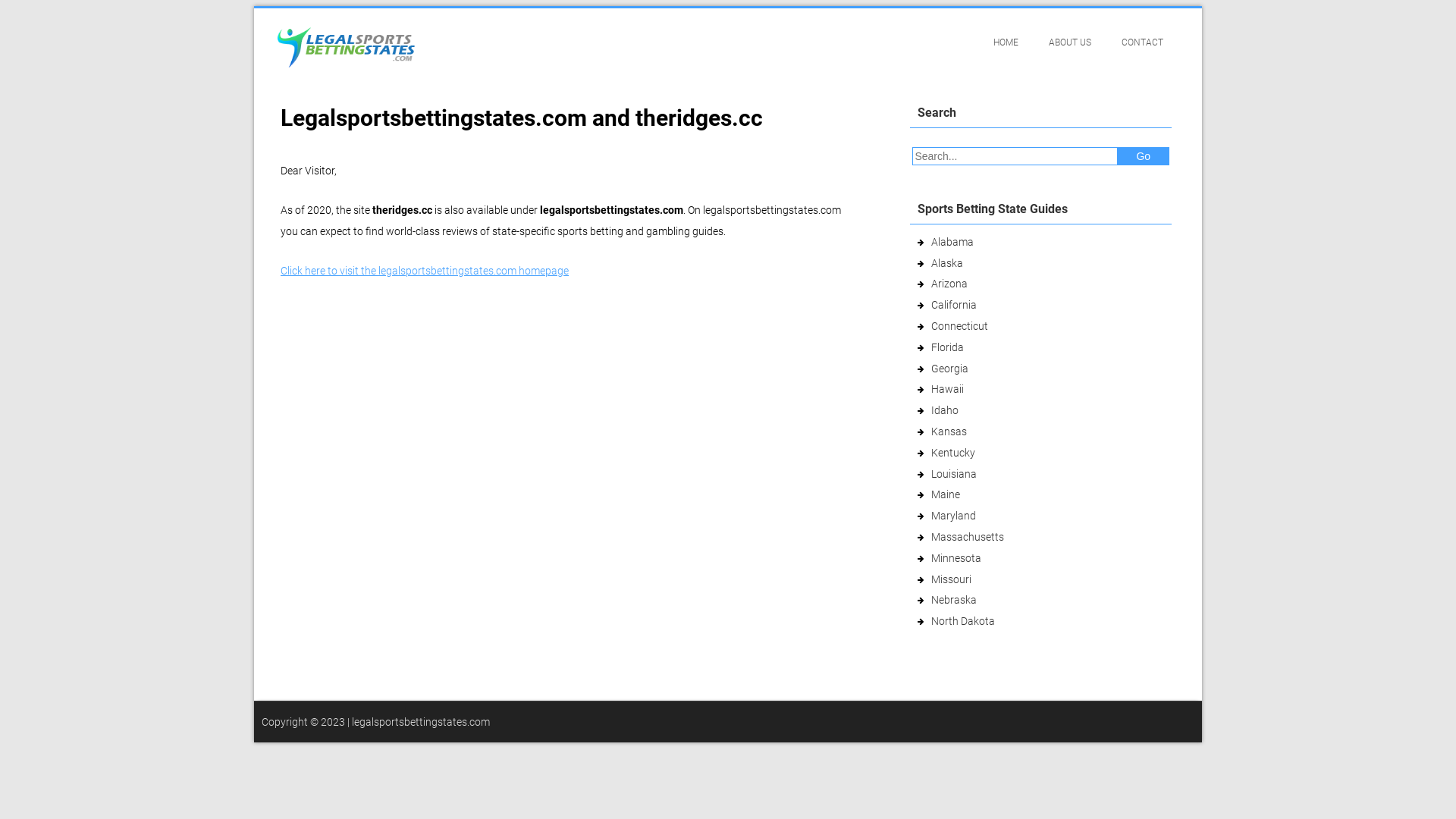 The height and width of the screenshot is (819, 1456). What do you see at coordinates (952, 304) in the screenshot?
I see `'California'` at bounding box center [952, 304].